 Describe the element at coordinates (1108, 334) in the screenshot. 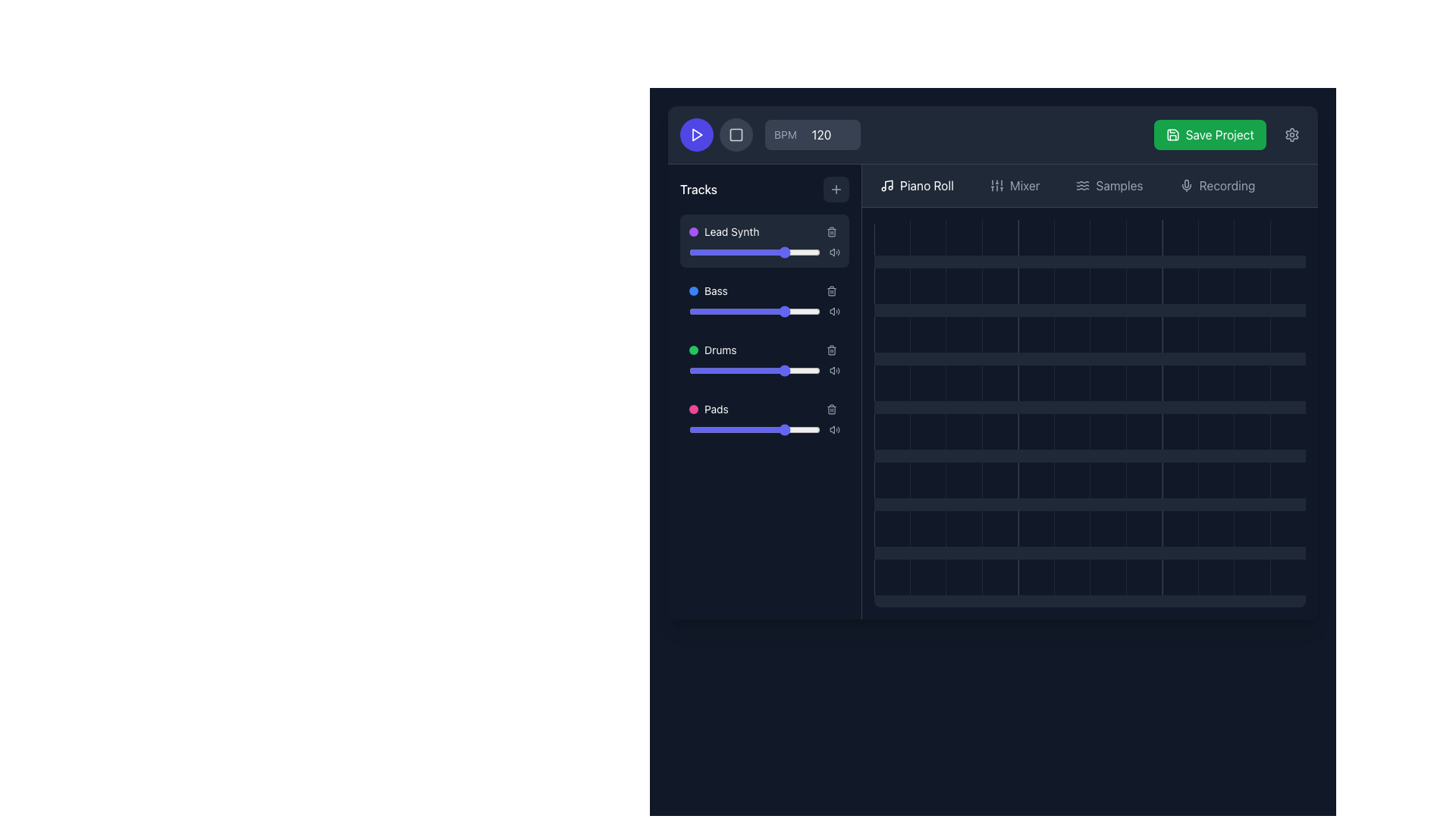

I see `the interactive grid cell located at the seventh column and third row, which has a dark gray background that changes shade on hover` at that location.